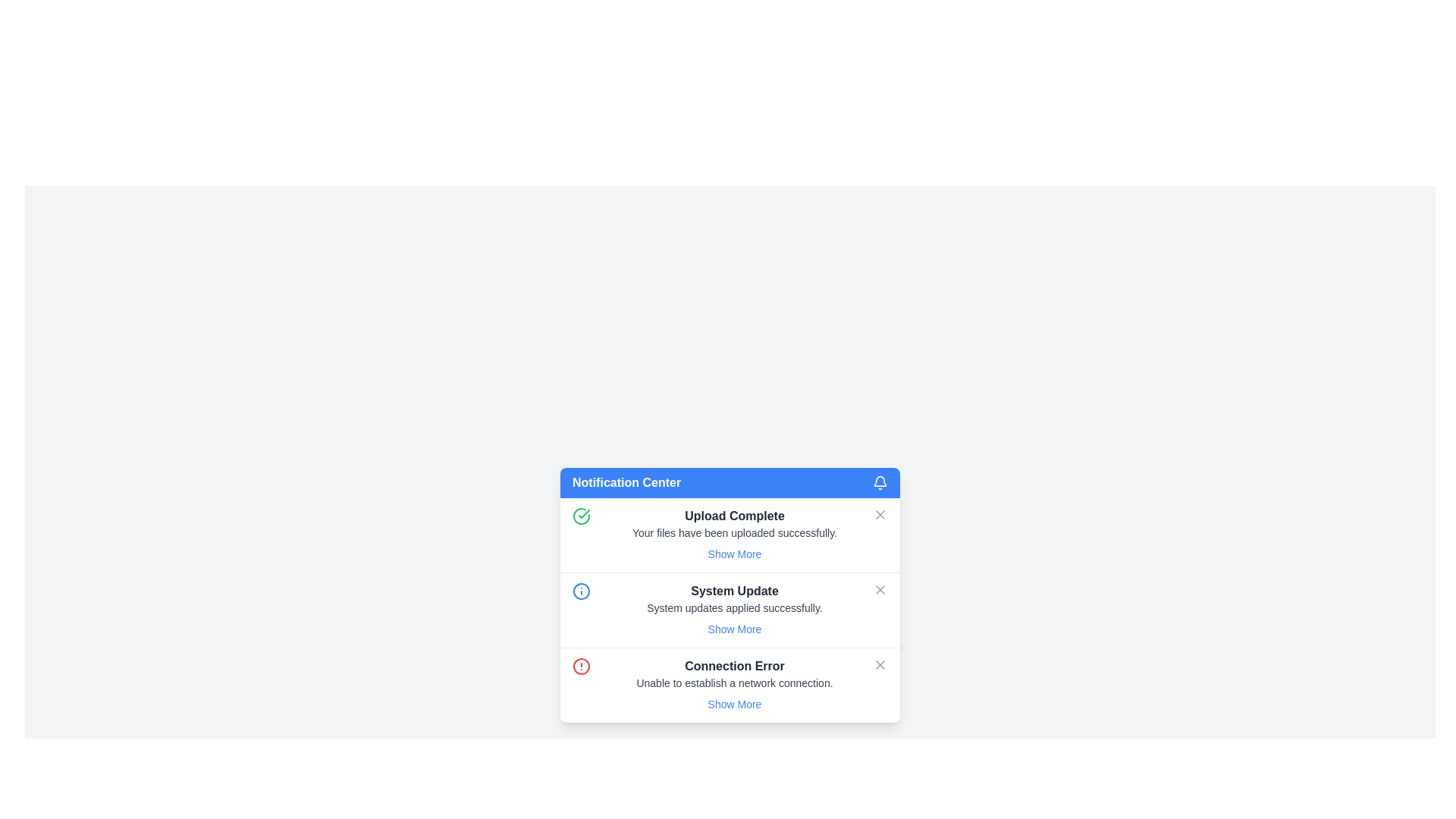  What do you see at coordinates (735, 685) in the screenshot?
I see `the 'Show More' link in the Notification item indicating 'Connection Error' that contains actionable text` at bounding box center [735, 685].